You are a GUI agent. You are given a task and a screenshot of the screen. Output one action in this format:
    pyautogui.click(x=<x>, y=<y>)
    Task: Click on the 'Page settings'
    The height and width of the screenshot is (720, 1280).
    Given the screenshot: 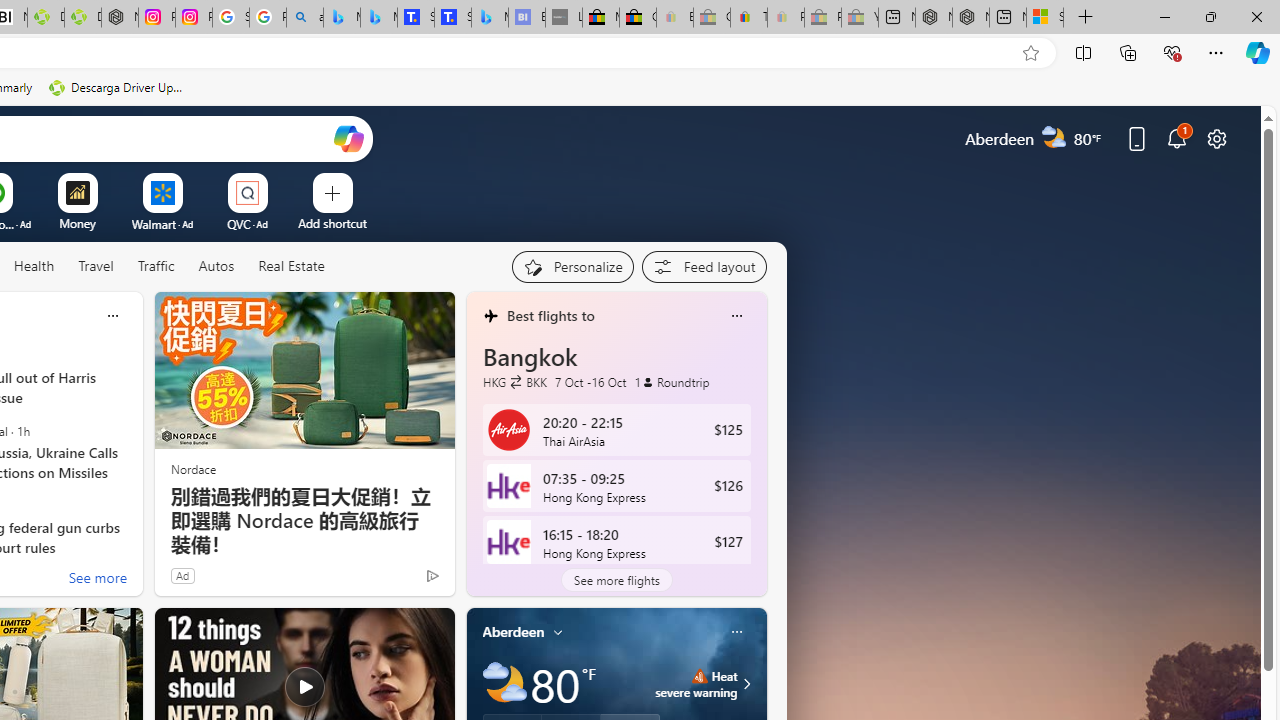 What is the action you would take?
    pyautogui.click(x=1215, y=137)
    